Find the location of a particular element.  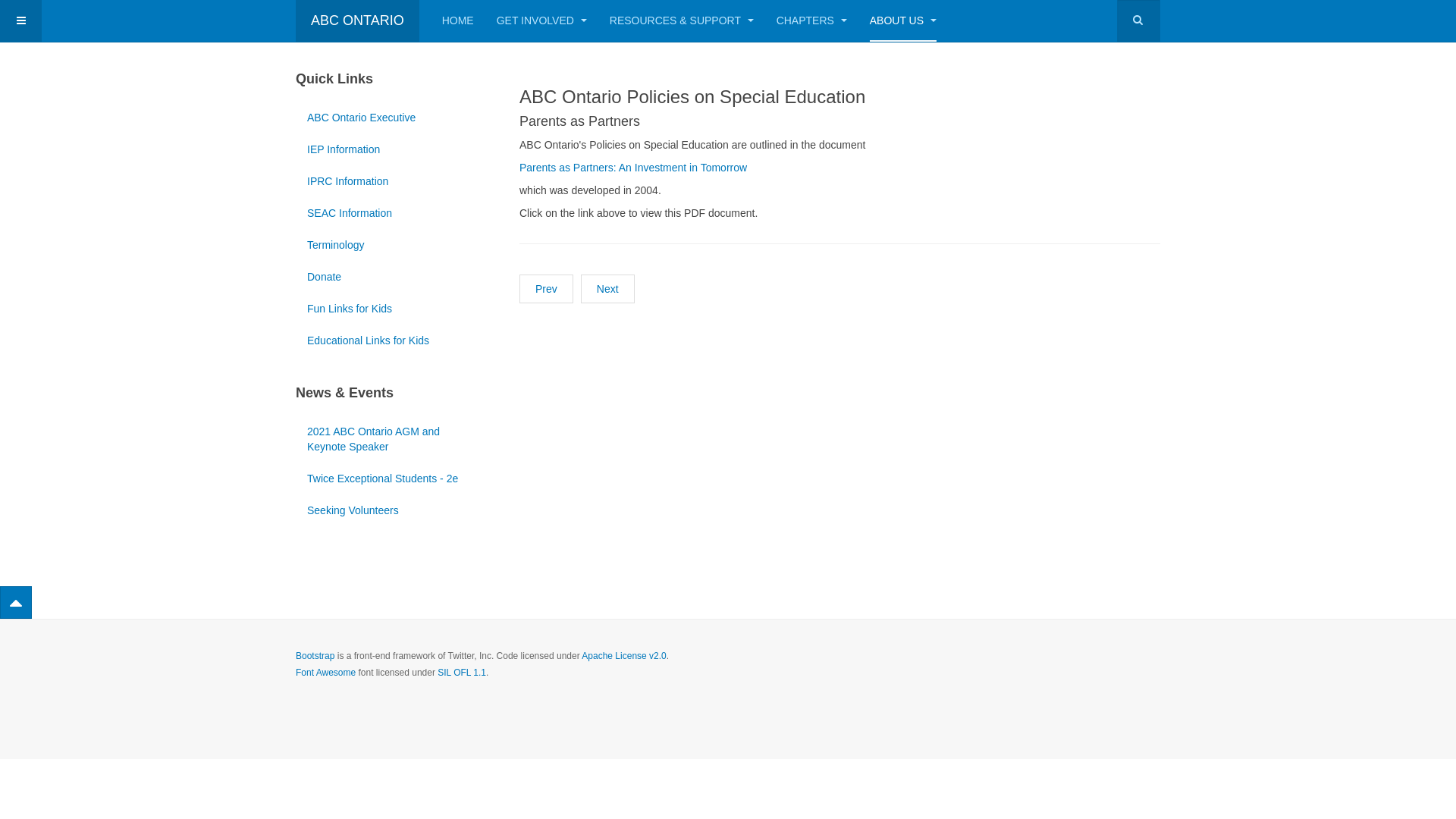

'Apache License v2.0' is located at coordinates (623, 654).